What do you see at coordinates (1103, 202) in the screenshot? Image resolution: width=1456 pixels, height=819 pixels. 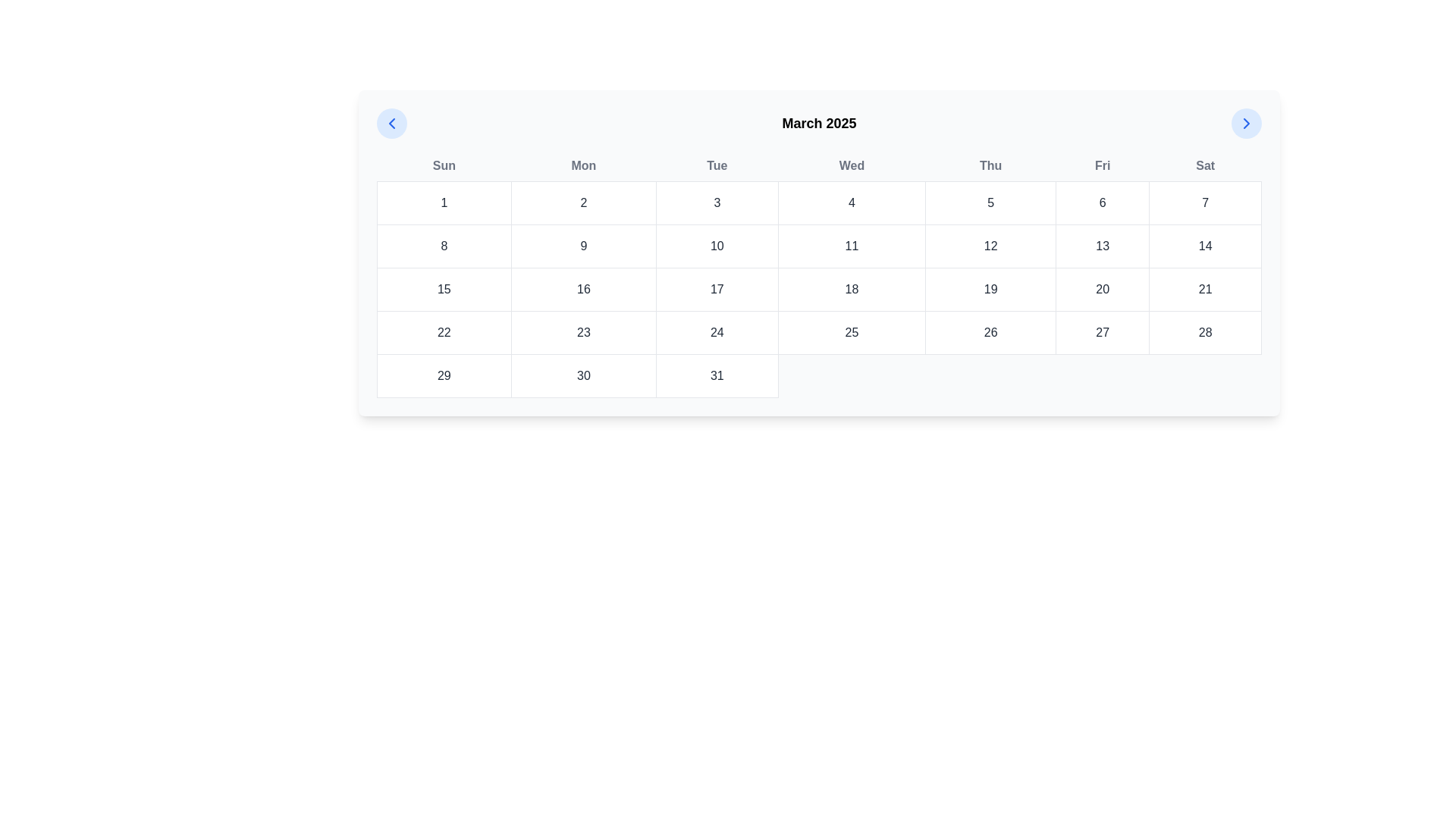 I see `the clickable calendar date cell representing the 6th` at bounding box center [1103, 202].